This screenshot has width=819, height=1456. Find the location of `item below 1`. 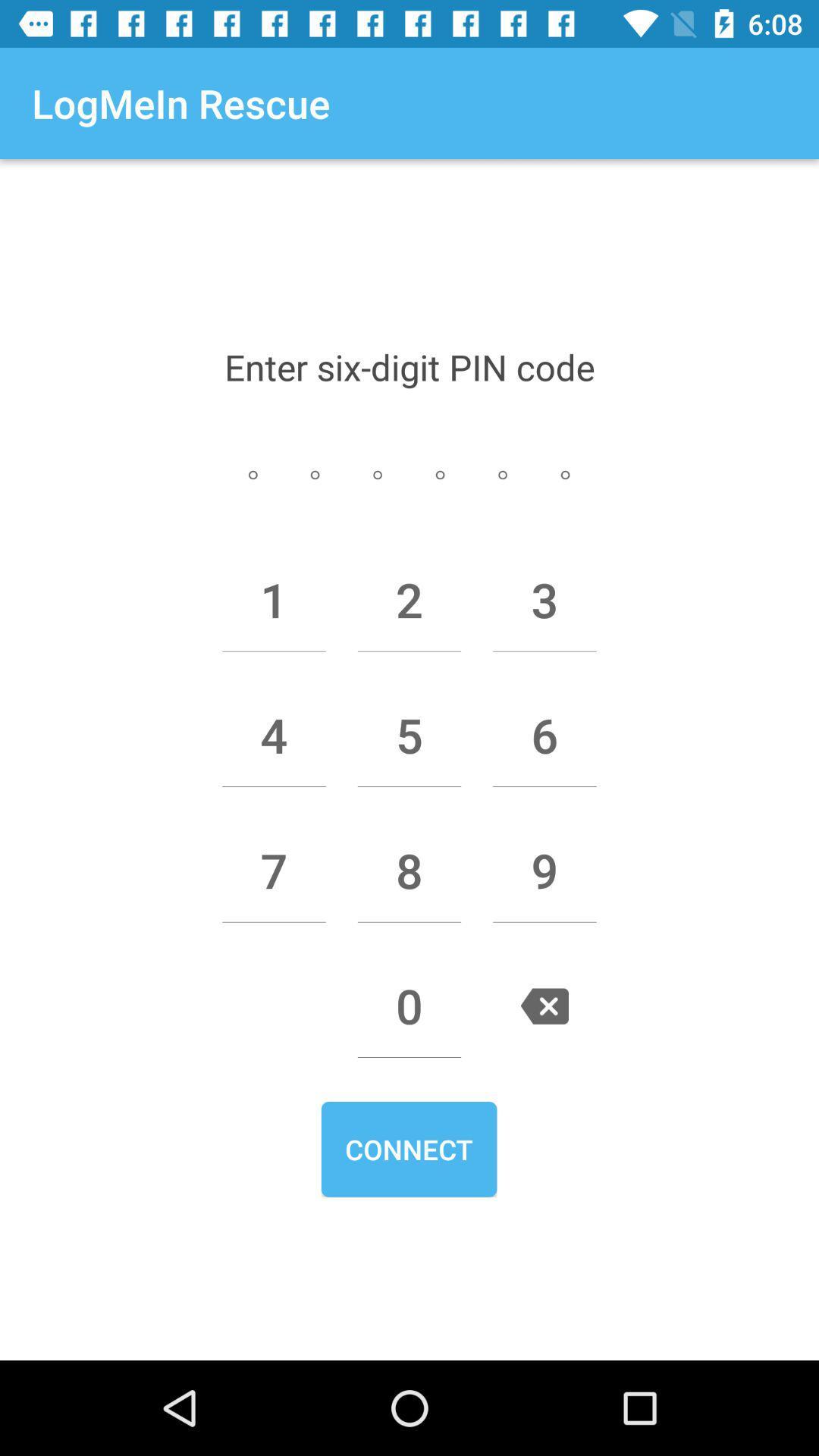

item below 1 is located at coordinates (274, 735).